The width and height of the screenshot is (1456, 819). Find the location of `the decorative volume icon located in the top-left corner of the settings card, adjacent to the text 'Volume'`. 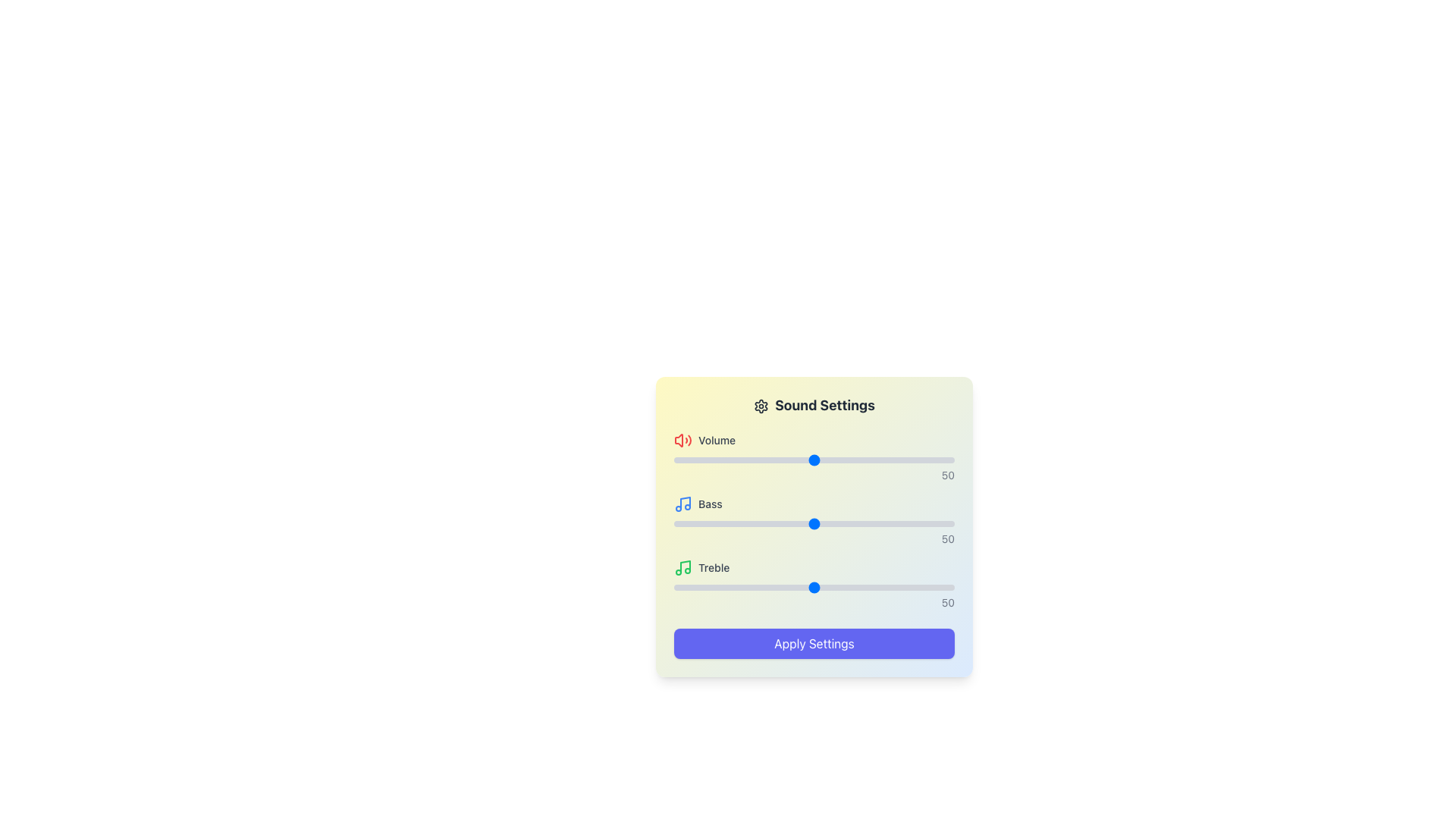

the decorative volume icon located in the top-left corner of the settings card, adjacent to the text 'Volume' is located at coordinates (678, 441).